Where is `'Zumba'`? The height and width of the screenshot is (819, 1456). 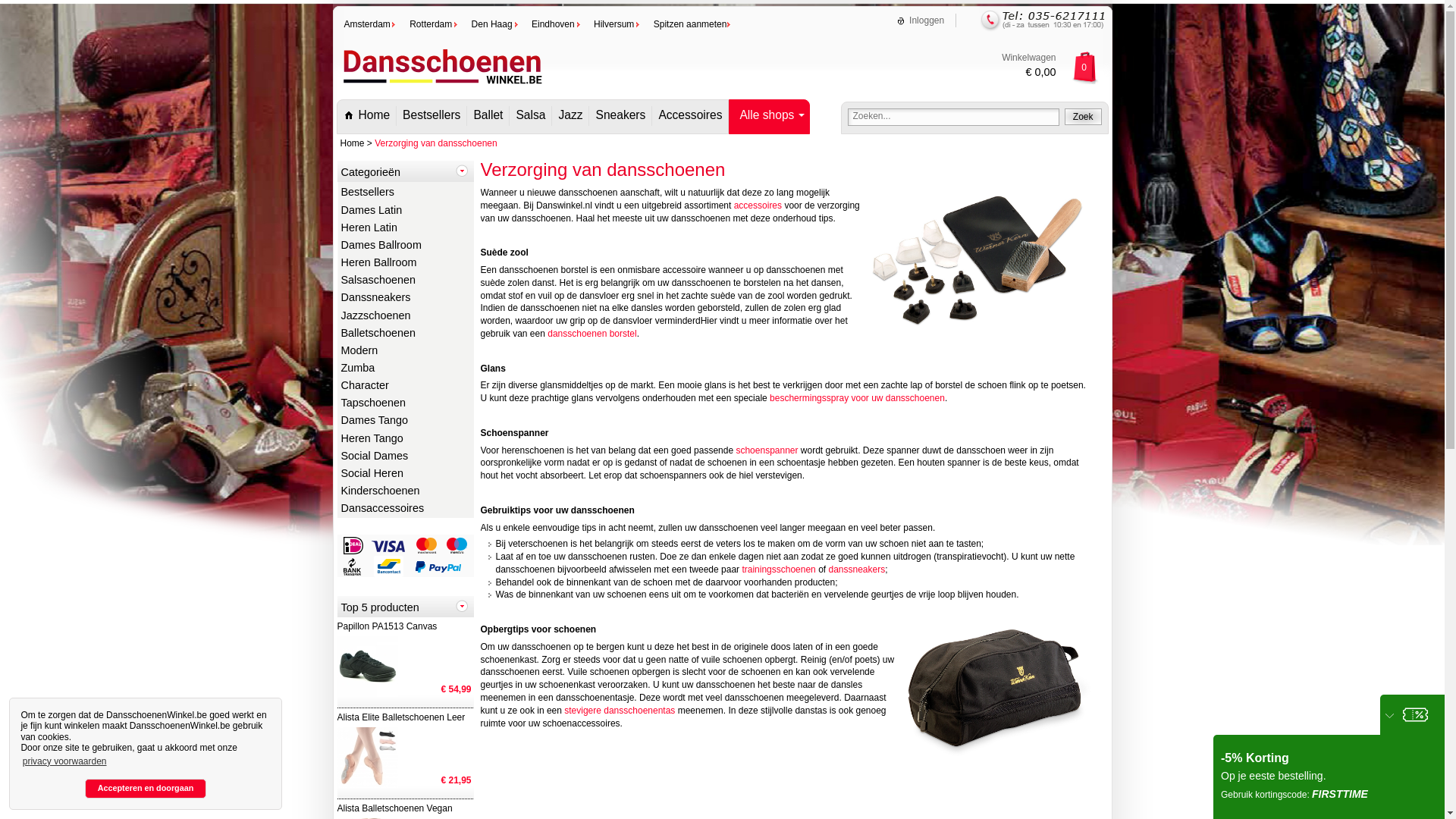
'Zumba' is located at coordinates (404, 369).